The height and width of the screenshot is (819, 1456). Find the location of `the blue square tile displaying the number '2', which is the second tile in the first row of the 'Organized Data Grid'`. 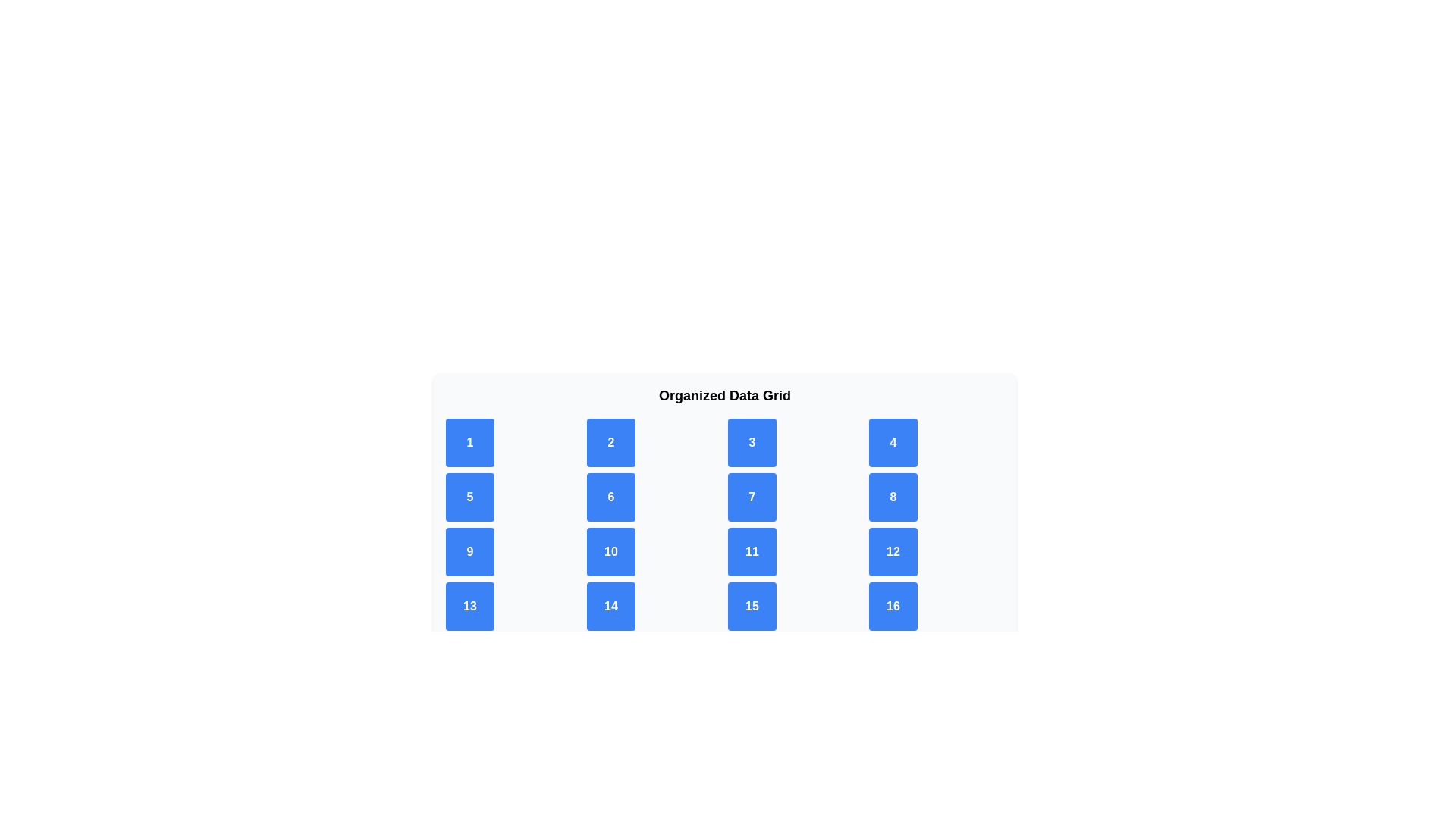

the blue square tile displaying the number '2', which is the second tile in the first row of the 'Organized Data Grid' is located at coordinates (611, 442).